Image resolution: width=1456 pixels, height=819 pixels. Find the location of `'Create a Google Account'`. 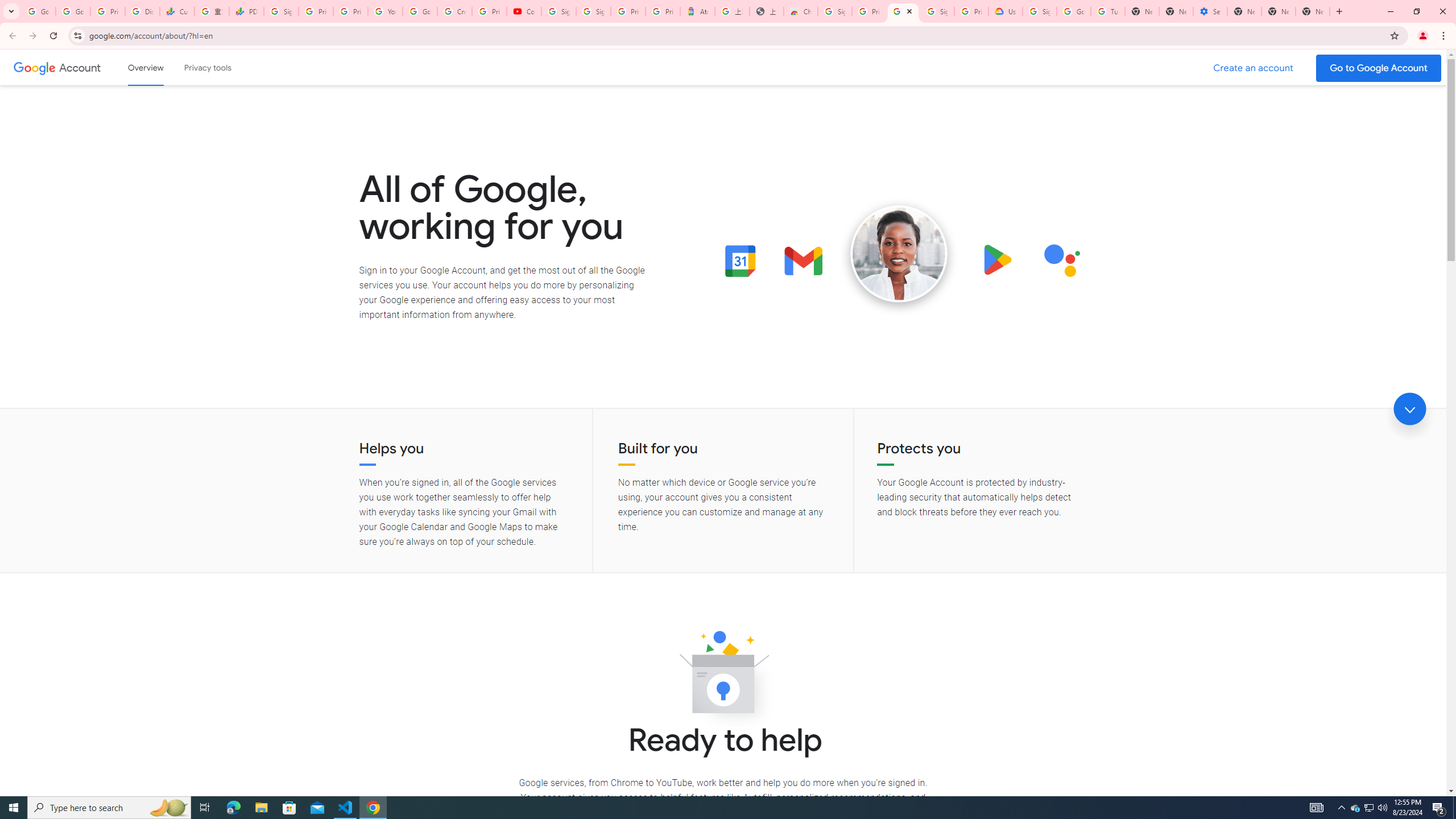

'Create a Google Account' is located at coordinates (1254, 68).